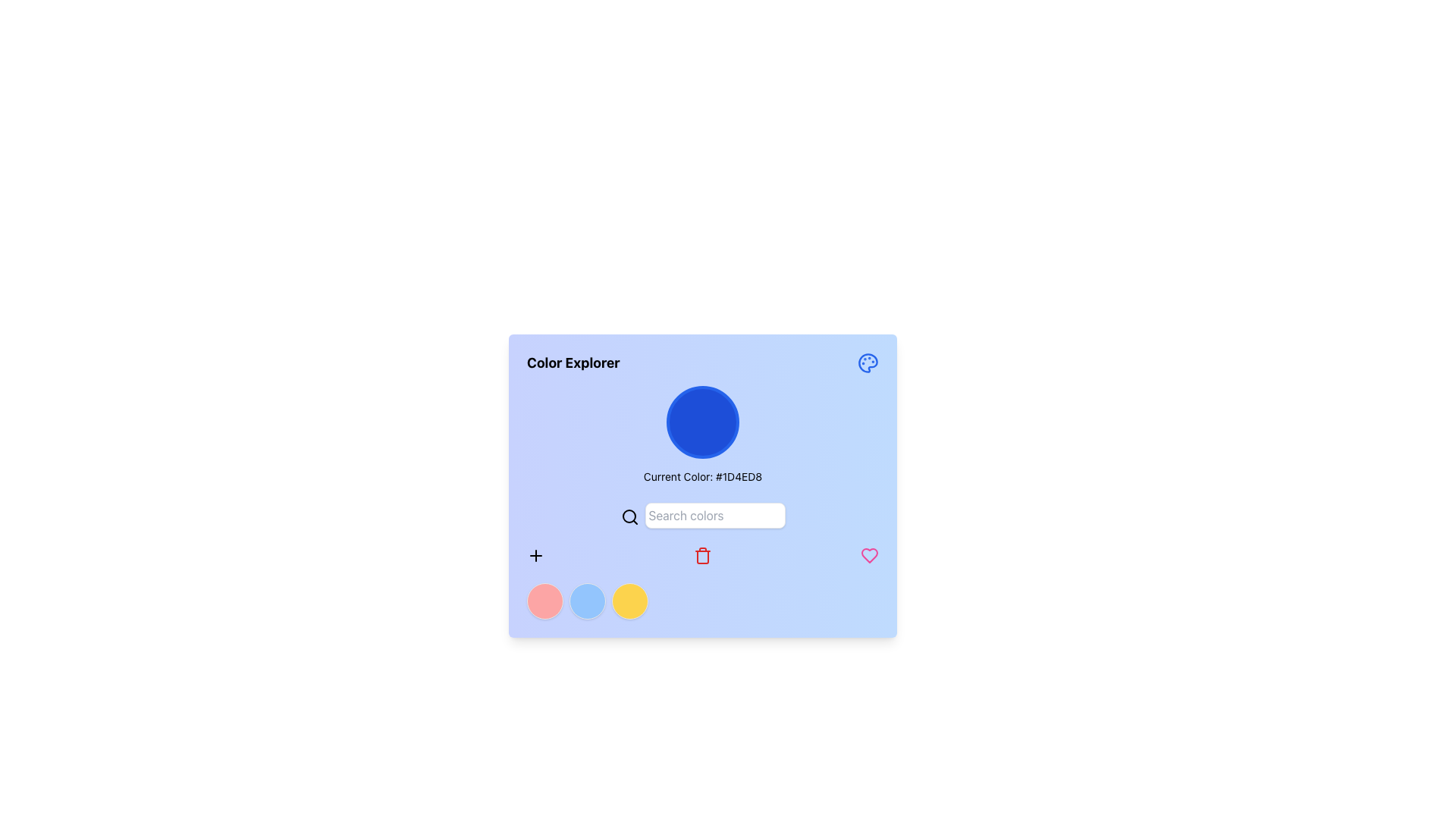  Describe the element at coordinates (701, 555) in the screenshot. I see `the trash bin icon button` at that location.